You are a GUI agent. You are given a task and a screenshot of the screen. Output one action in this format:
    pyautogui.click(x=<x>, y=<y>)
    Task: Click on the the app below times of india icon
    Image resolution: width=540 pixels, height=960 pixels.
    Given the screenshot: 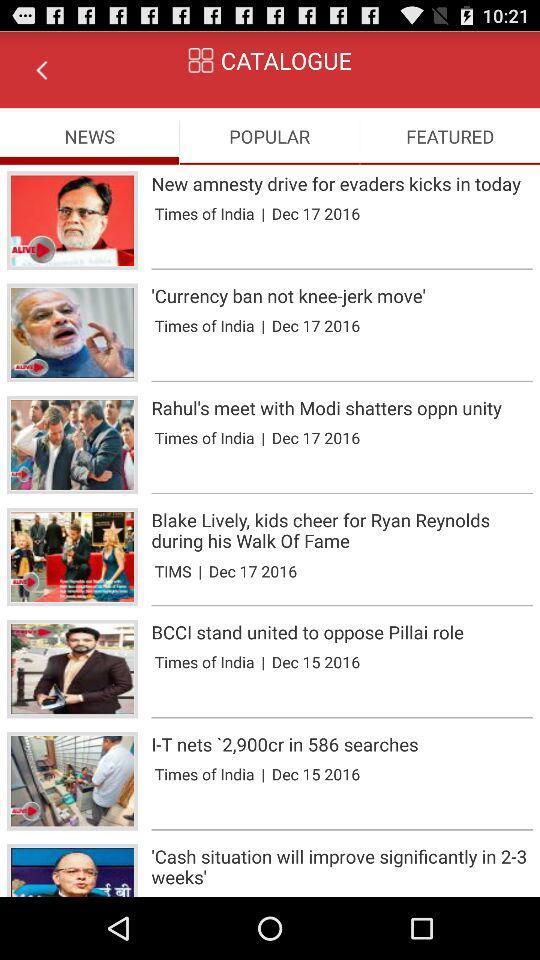 What is the action you would take?
    pyautogui.click(x=341, y=717)
    